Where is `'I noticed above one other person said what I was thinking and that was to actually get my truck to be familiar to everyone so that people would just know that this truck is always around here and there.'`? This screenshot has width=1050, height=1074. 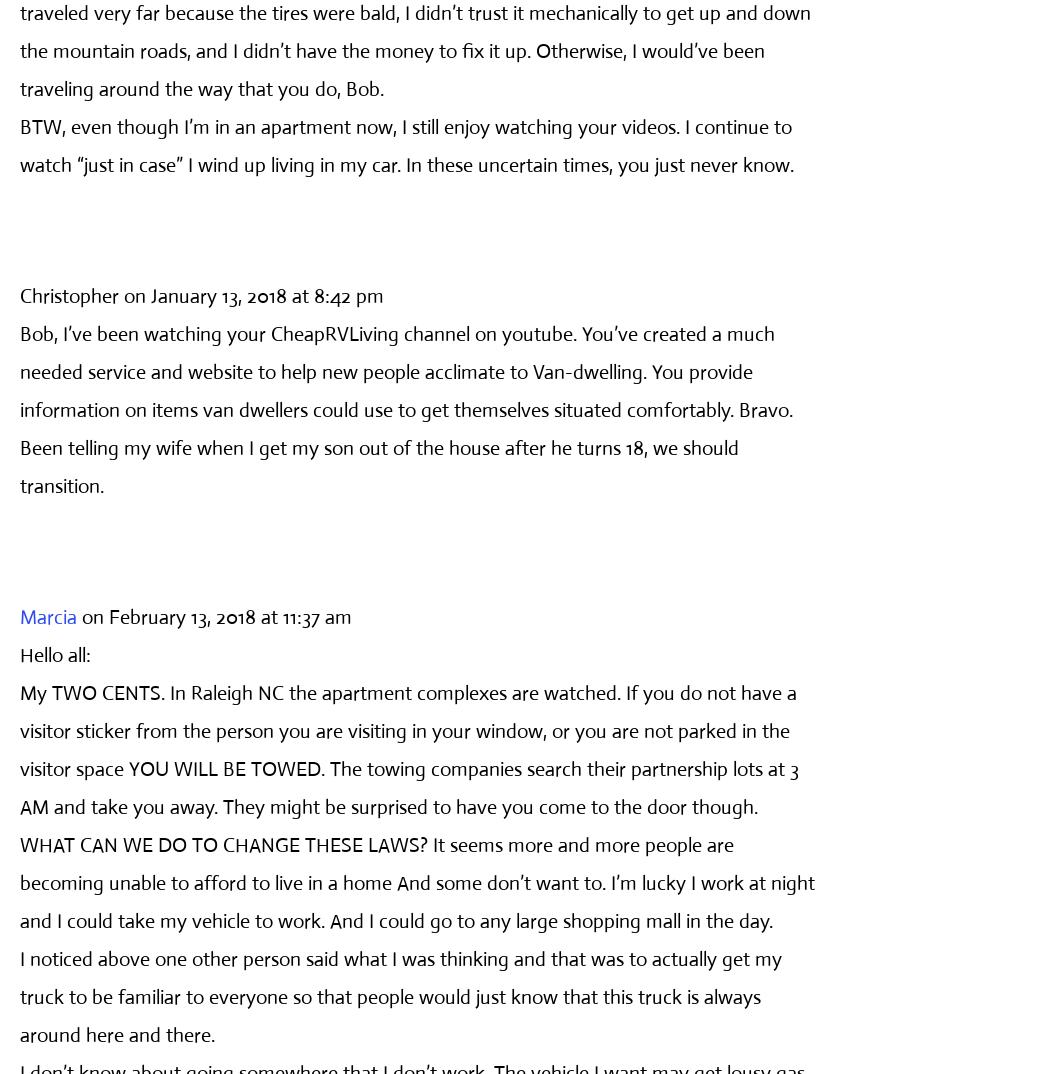 'I noticed above one other person said what I was thinking and that was to actually get my truck to be familiar to everyone so that people would just know that this truck is always around here and there.' is located at coordinates (400, 995).